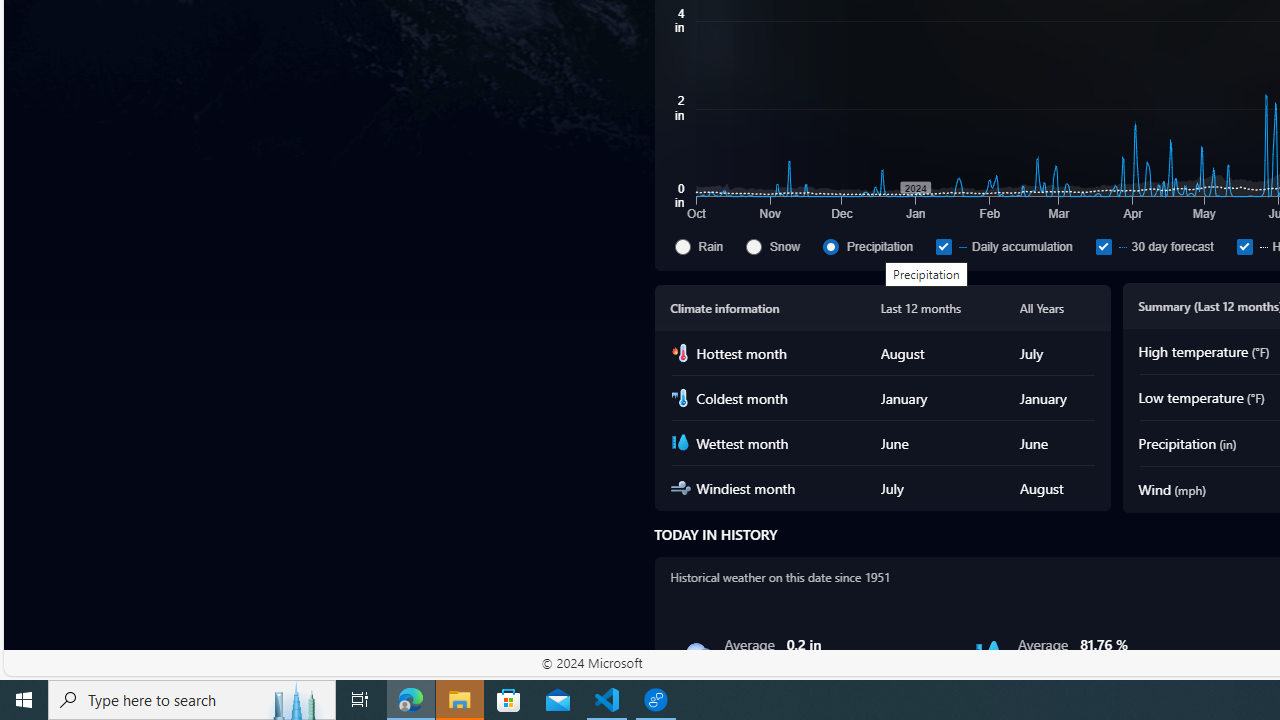 The image size is (1280, 720). What do you see at coordinates (706, 245) in the screenshot?
I see `'Rain'` at bounding box center [706, 245].